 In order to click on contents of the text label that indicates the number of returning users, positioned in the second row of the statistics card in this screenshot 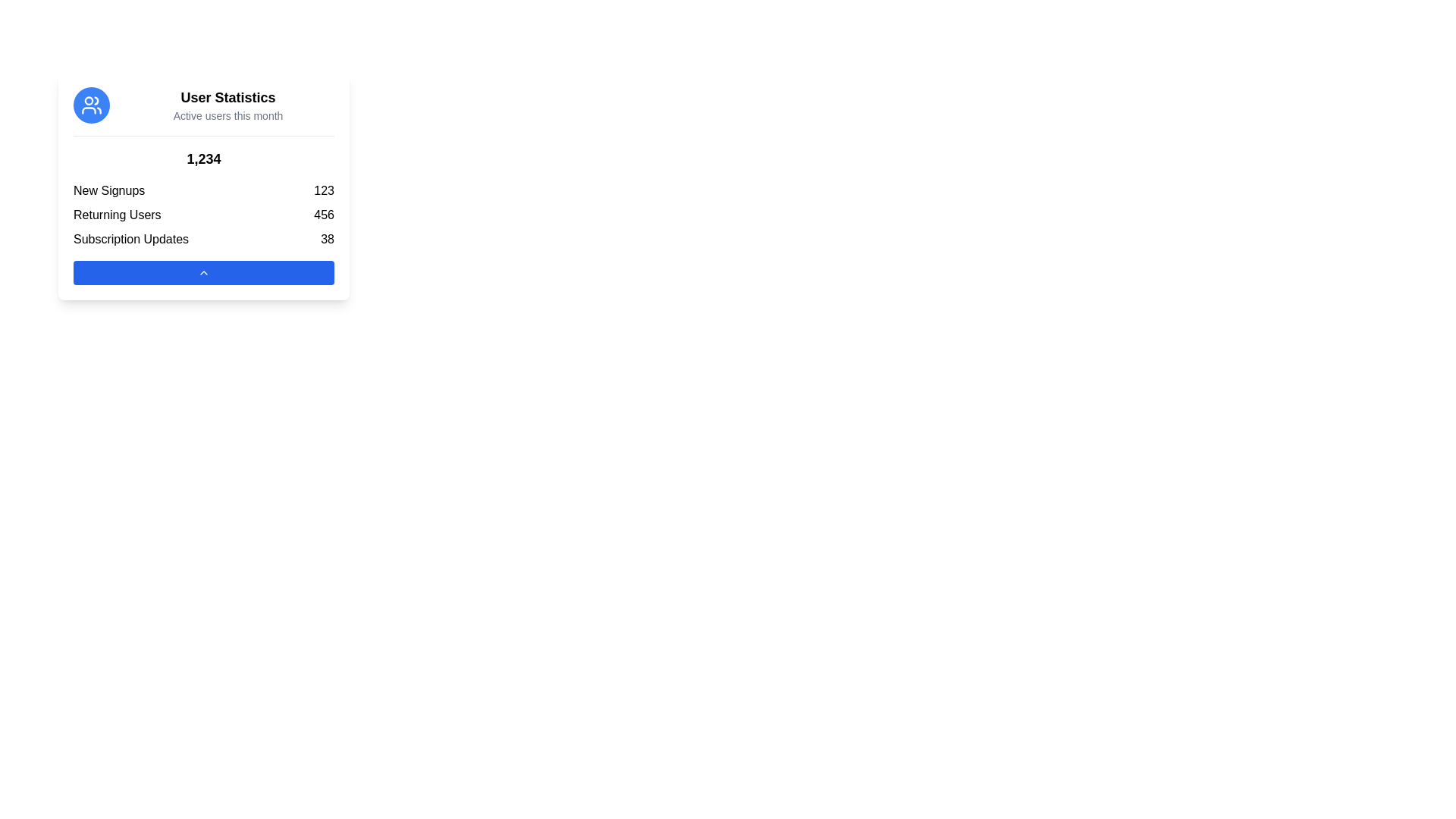, I will do `click(116, 215)`.